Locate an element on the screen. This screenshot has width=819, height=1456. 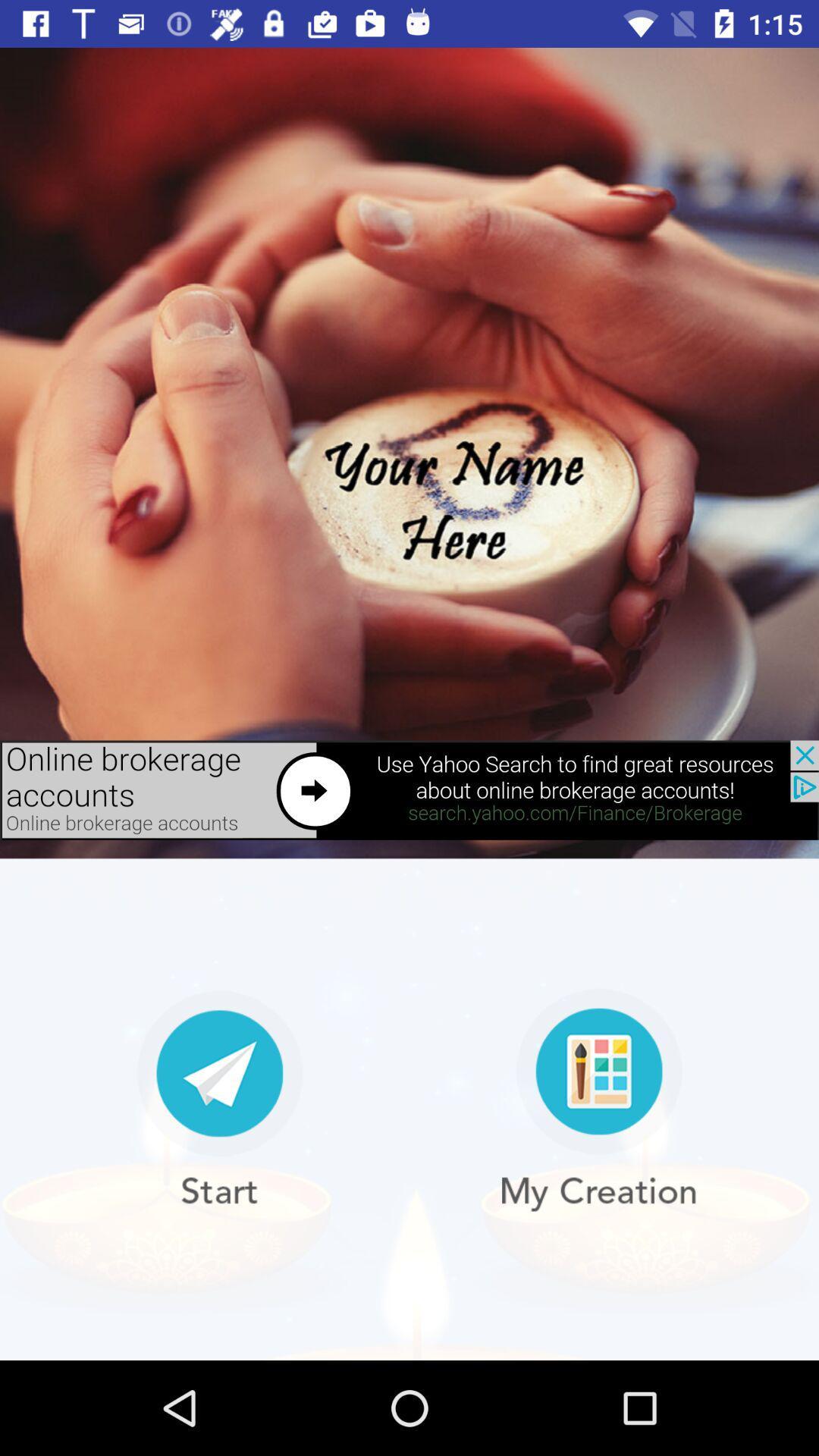
open advertisement is located at coordinates (409, 789).